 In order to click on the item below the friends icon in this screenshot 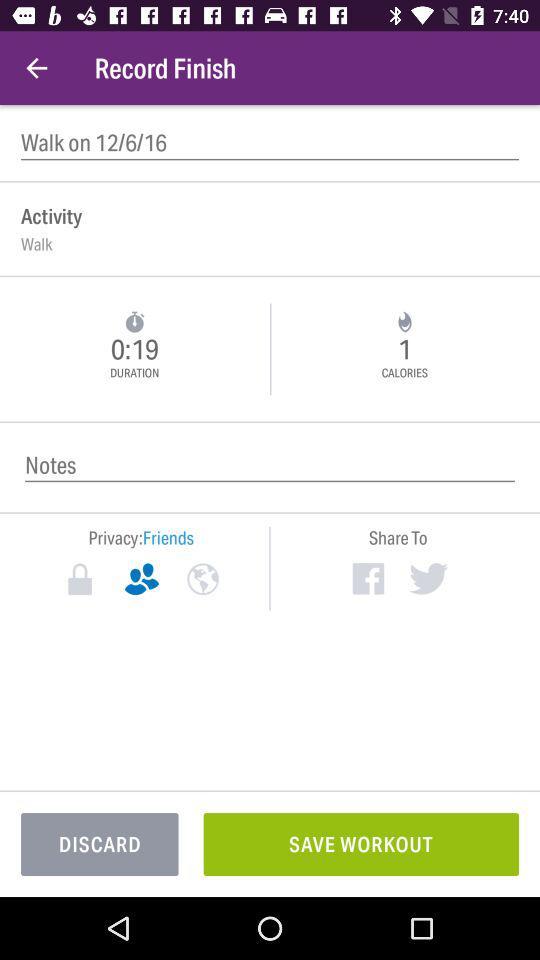, I will do `click(202, 579)`.